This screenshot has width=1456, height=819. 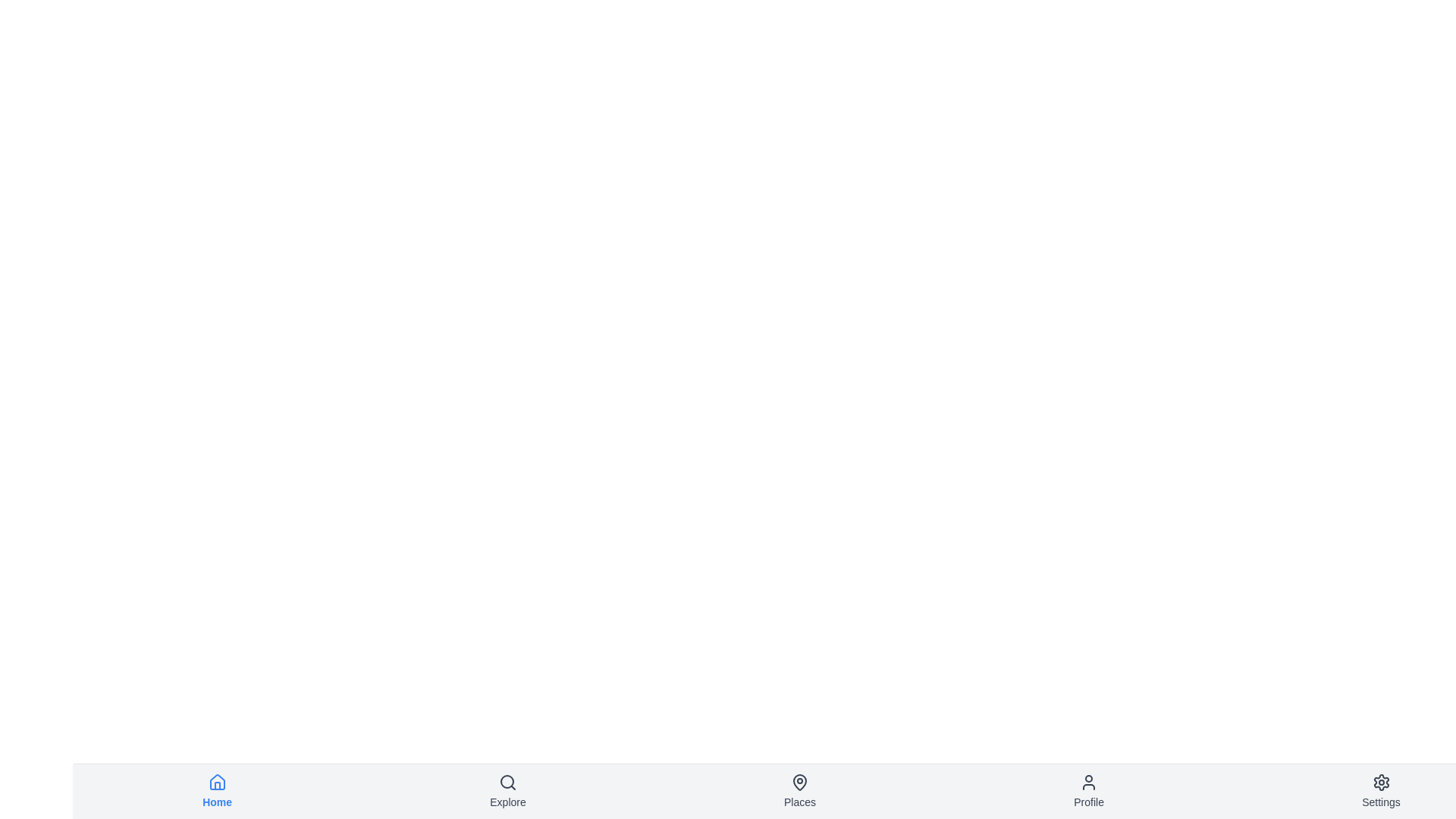 I want to click on the navigation item labeled Explore, so click(x=508, y=791).